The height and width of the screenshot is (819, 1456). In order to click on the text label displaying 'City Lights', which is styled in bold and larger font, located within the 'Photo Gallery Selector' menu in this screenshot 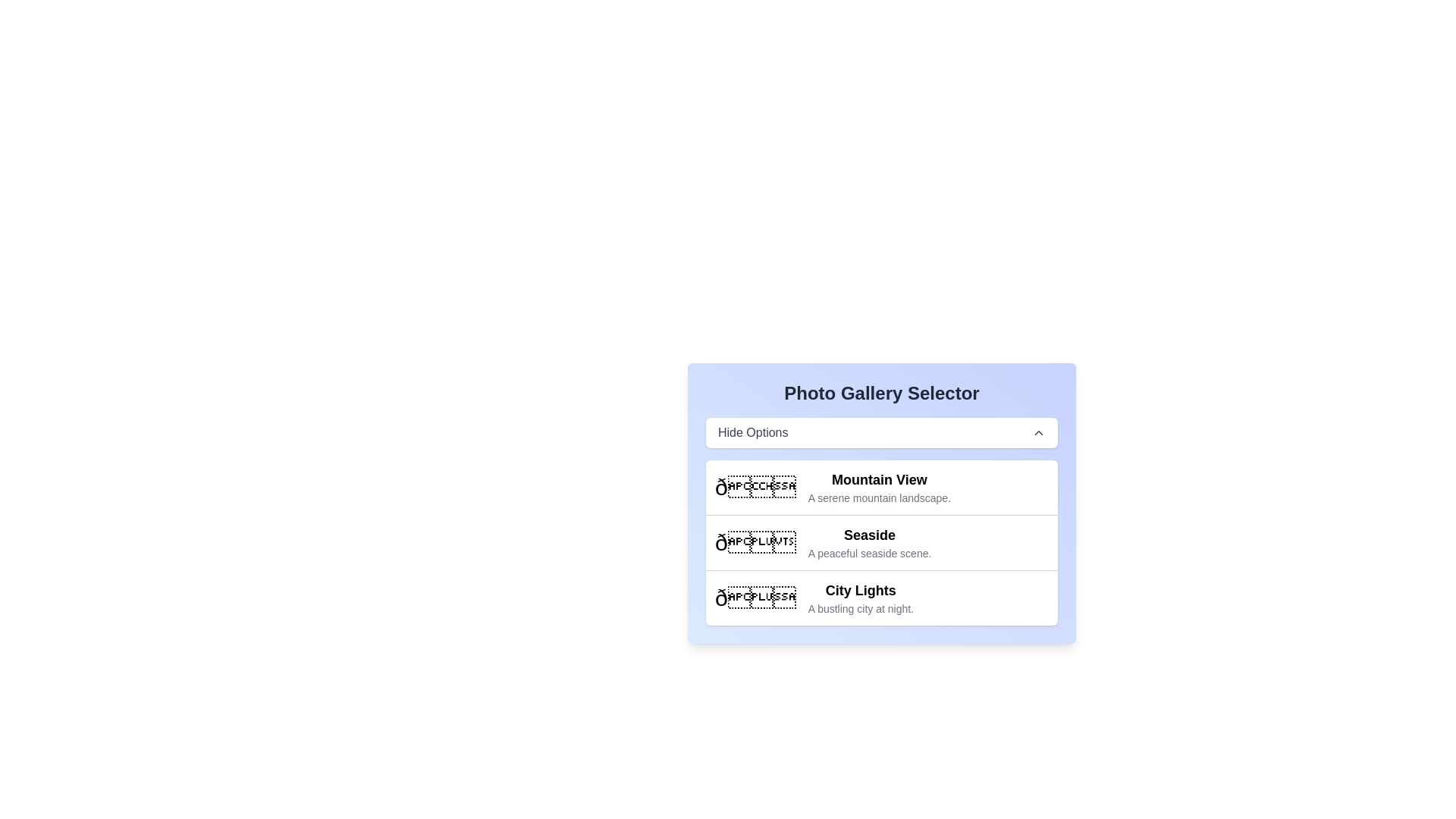, I will do `click(861, 590)`.